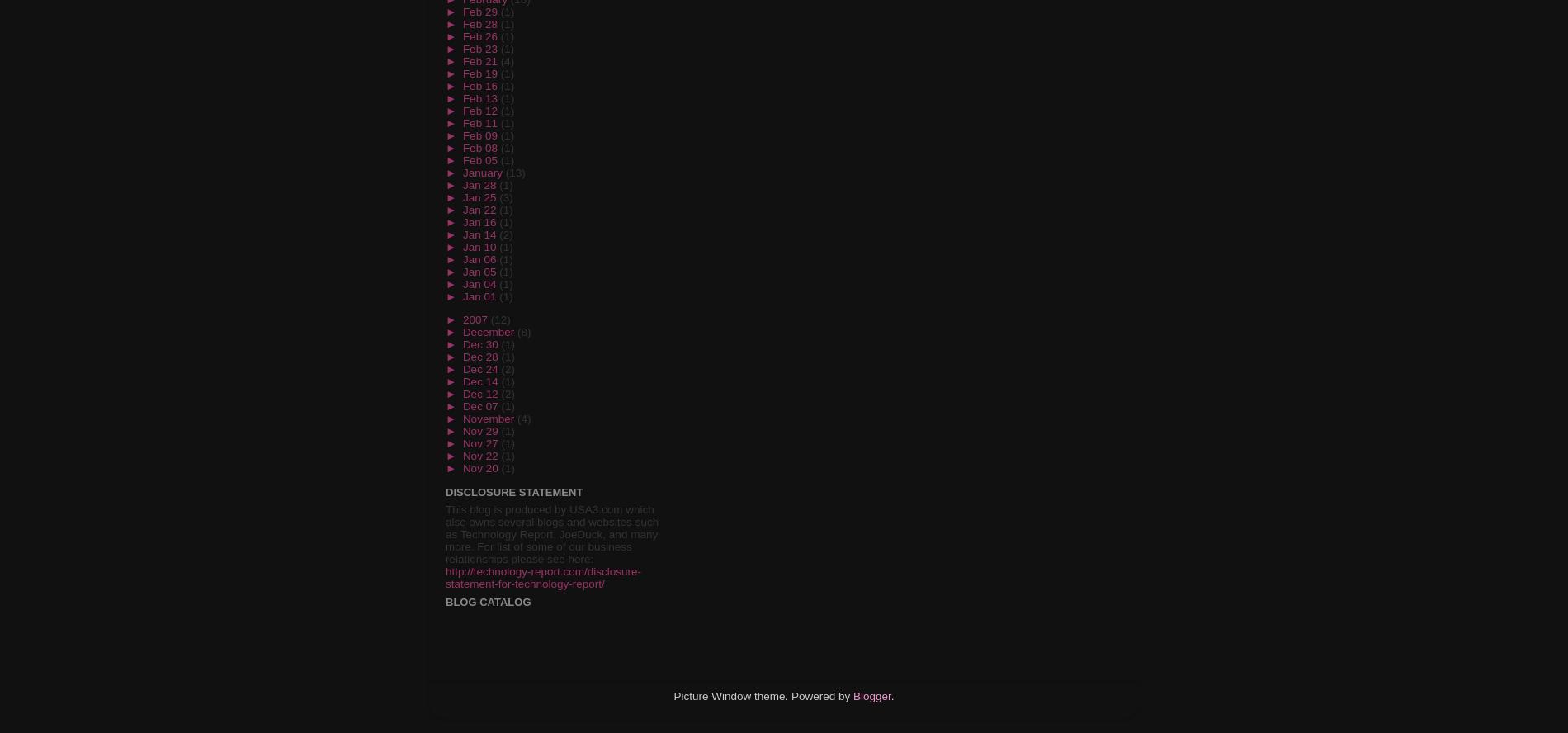  I want to click on 'Jan 22', so click(480, 209).